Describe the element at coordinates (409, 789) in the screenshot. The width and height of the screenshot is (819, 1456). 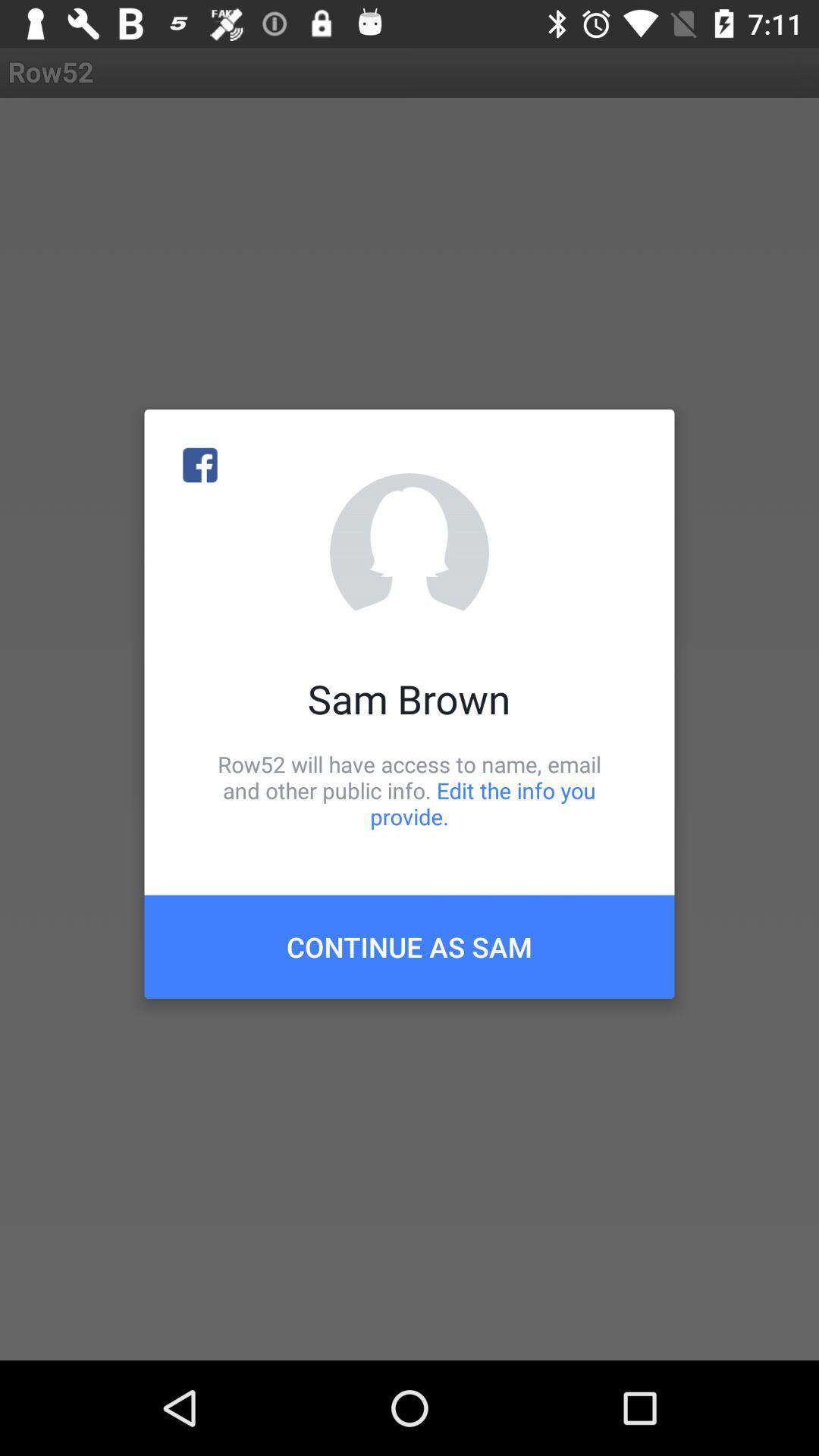
I see `row52 will have icon` at that location.